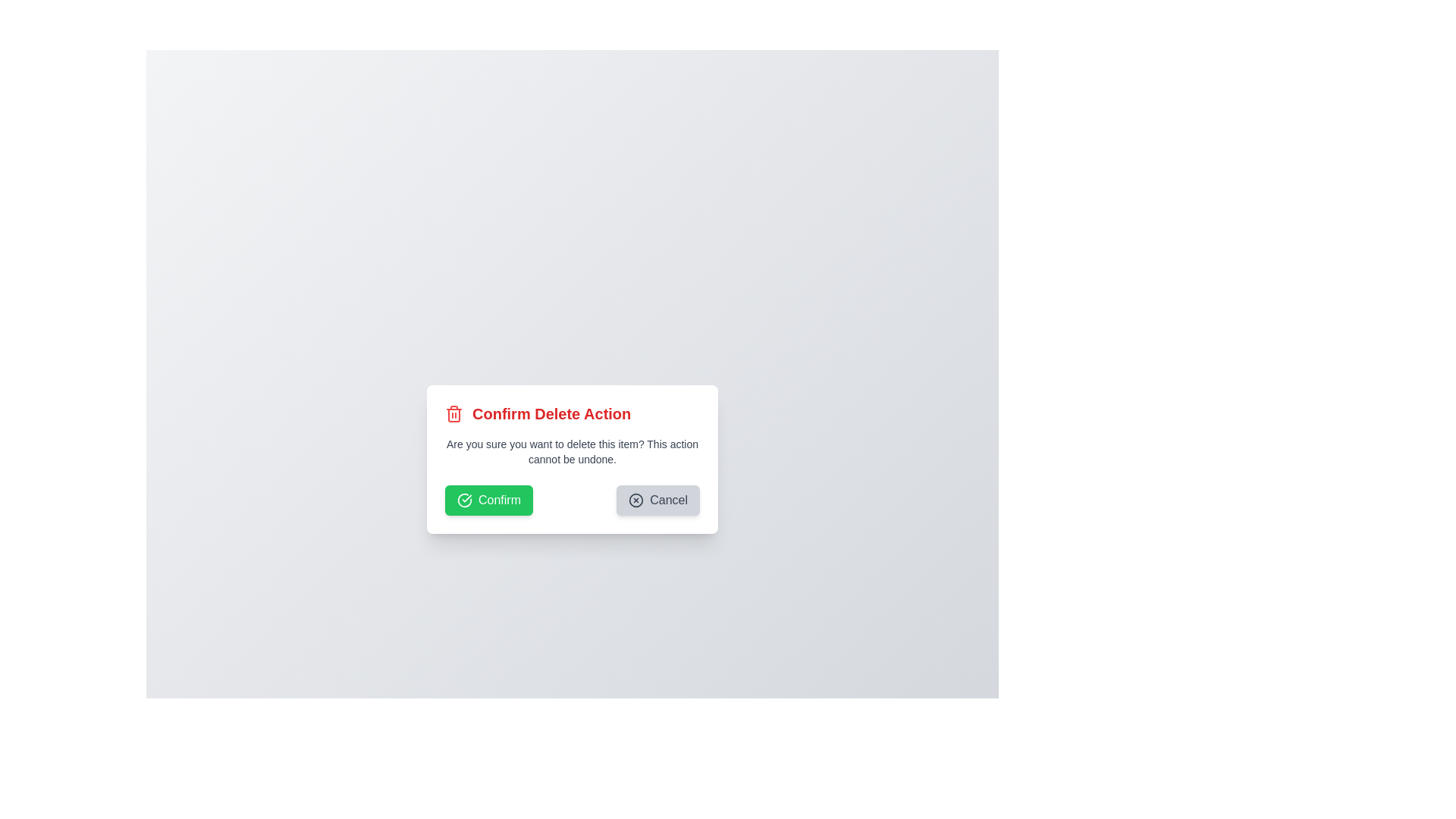 The image size is (1456, 819). I want to click on the red trash bin icon located to the left of the text 'Confirm Delete Action' in the popup dialog, so click(453, 414).